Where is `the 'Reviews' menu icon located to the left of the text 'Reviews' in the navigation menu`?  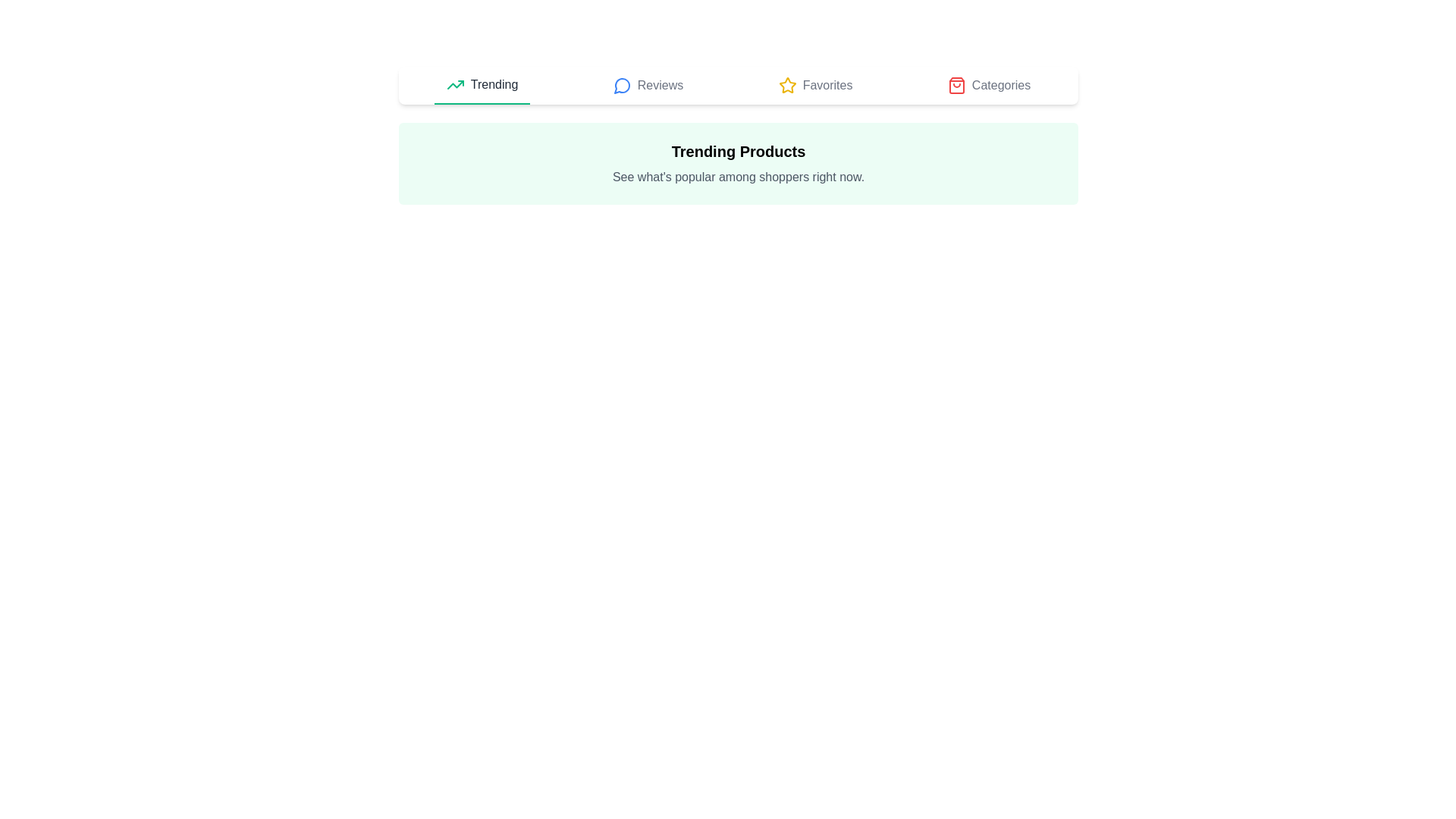 the 'Reviews' menu icon located to the left of the text 'Reviews' in the navigation menu is located at coordinates (622, 85).